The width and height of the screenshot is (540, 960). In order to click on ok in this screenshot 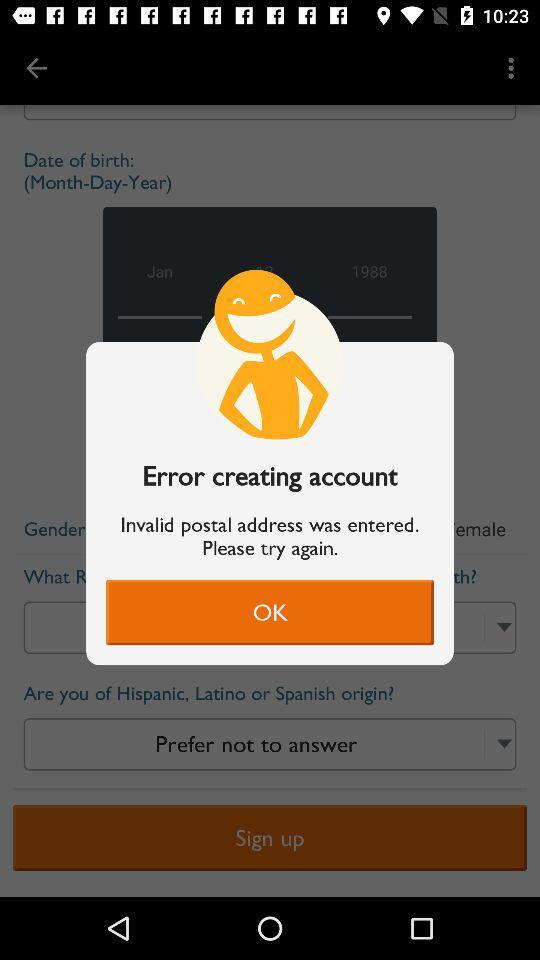, I will do `click(270, 611)`.